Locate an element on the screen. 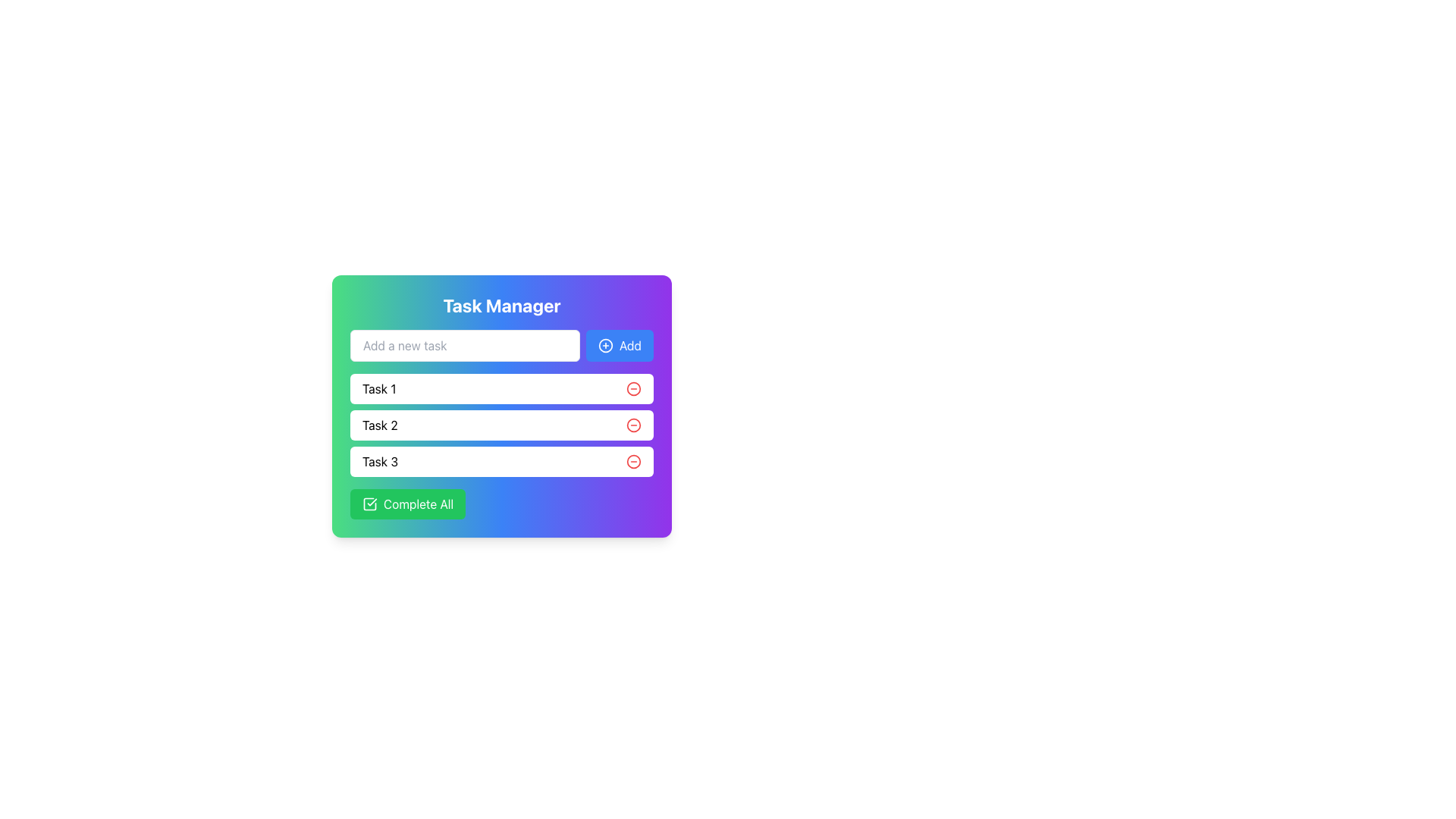 The height and width of the screenshot is (819, 1456). the square check icon representing the 'Complete All' functionality located within the green button below the task list is located at coordinates (370, 504).